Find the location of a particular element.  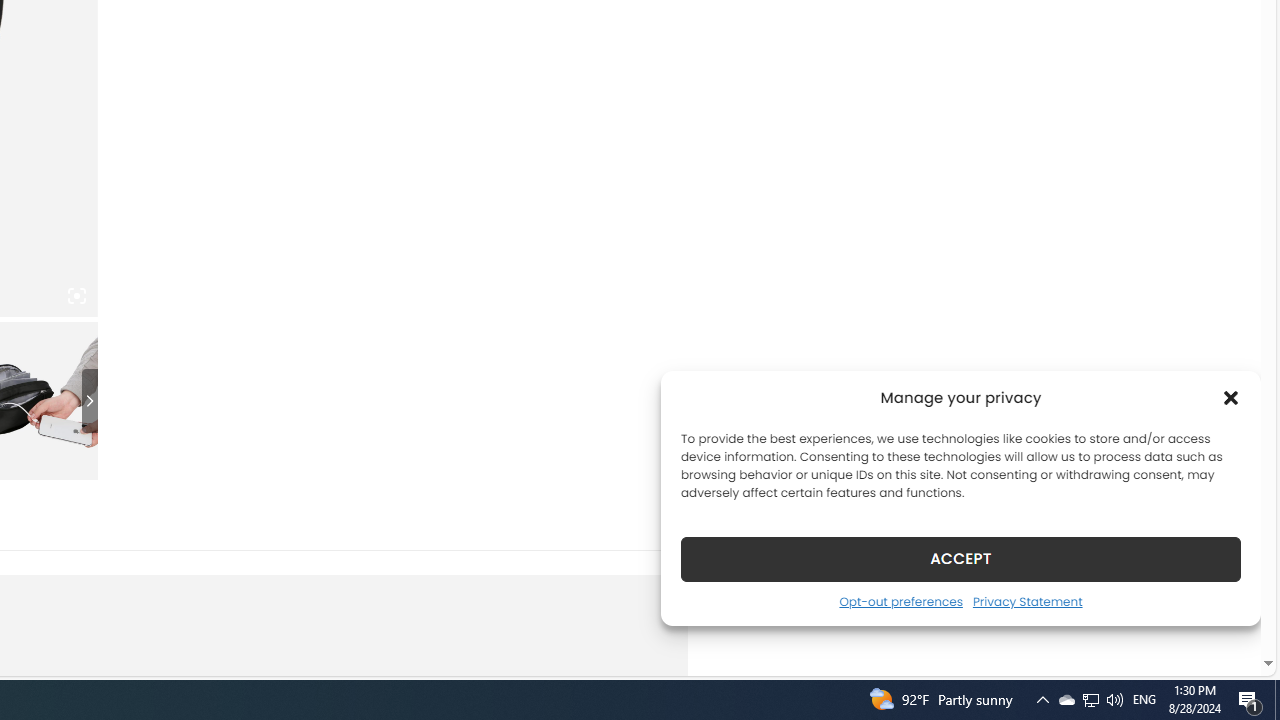

'Opt-out preferences' is located at coordinates (899, 600).